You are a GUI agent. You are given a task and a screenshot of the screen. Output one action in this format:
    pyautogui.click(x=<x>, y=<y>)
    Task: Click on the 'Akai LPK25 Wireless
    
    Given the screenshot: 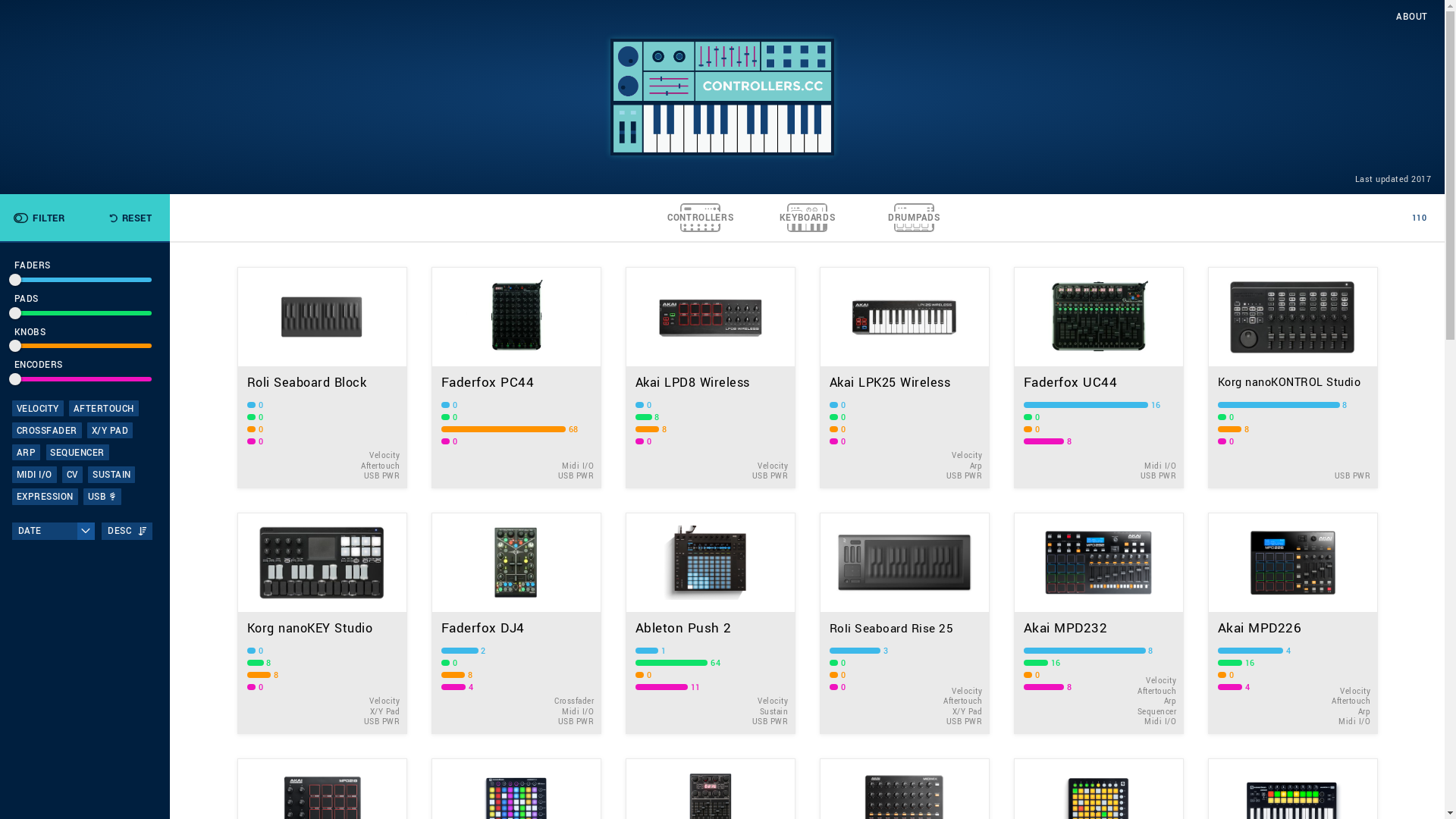 What is the action you would take?
    pyautogui.click(x=903, y=376)
    